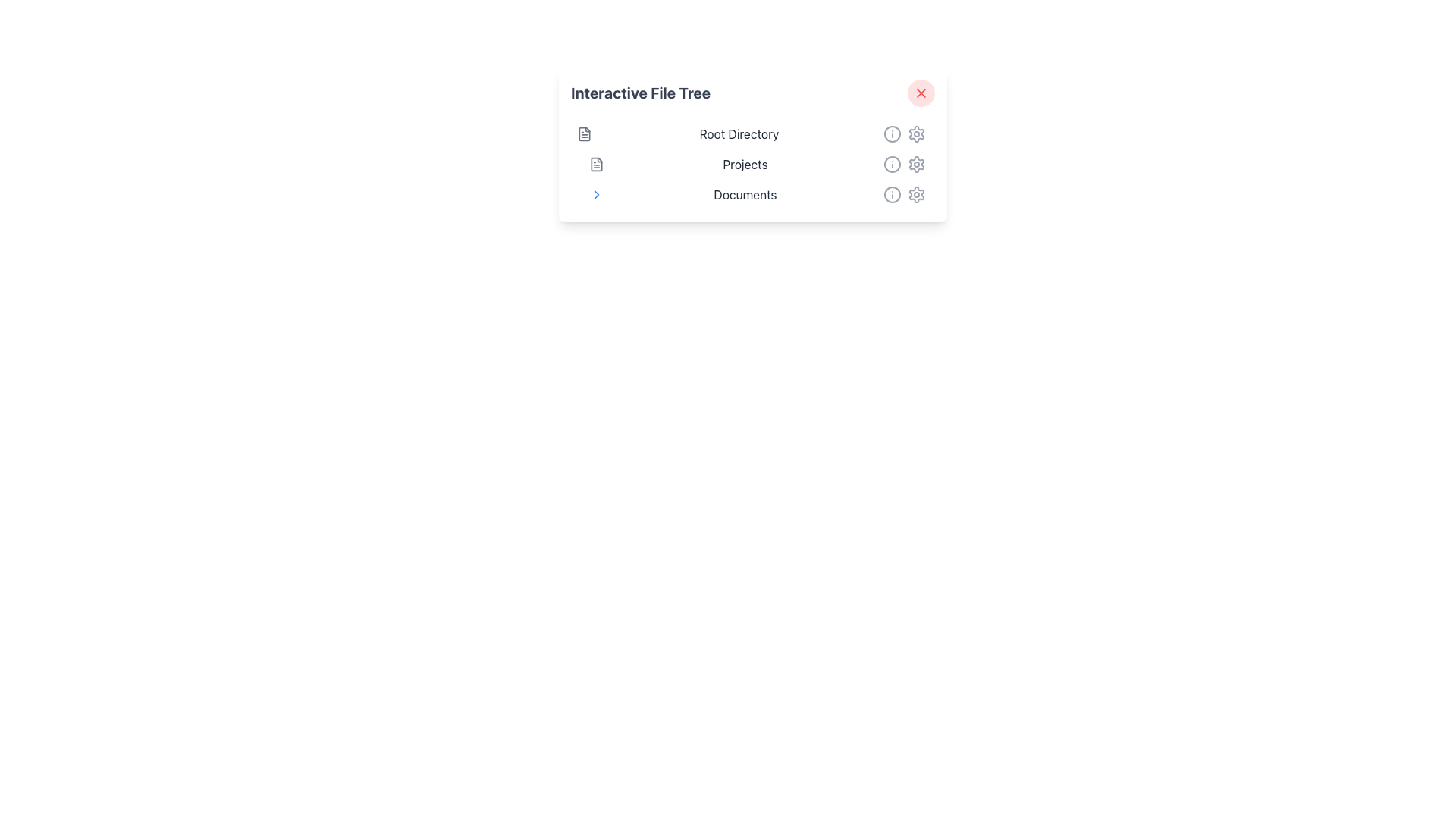 This screenshot has height=819, width=1456. Describe the element at coordinates (892, 133) in the screenshot. I see `the informational icon in the 'Root Directory' row of the 'Interactive File Tree', which is the second icon to the right of the label text` at that location.